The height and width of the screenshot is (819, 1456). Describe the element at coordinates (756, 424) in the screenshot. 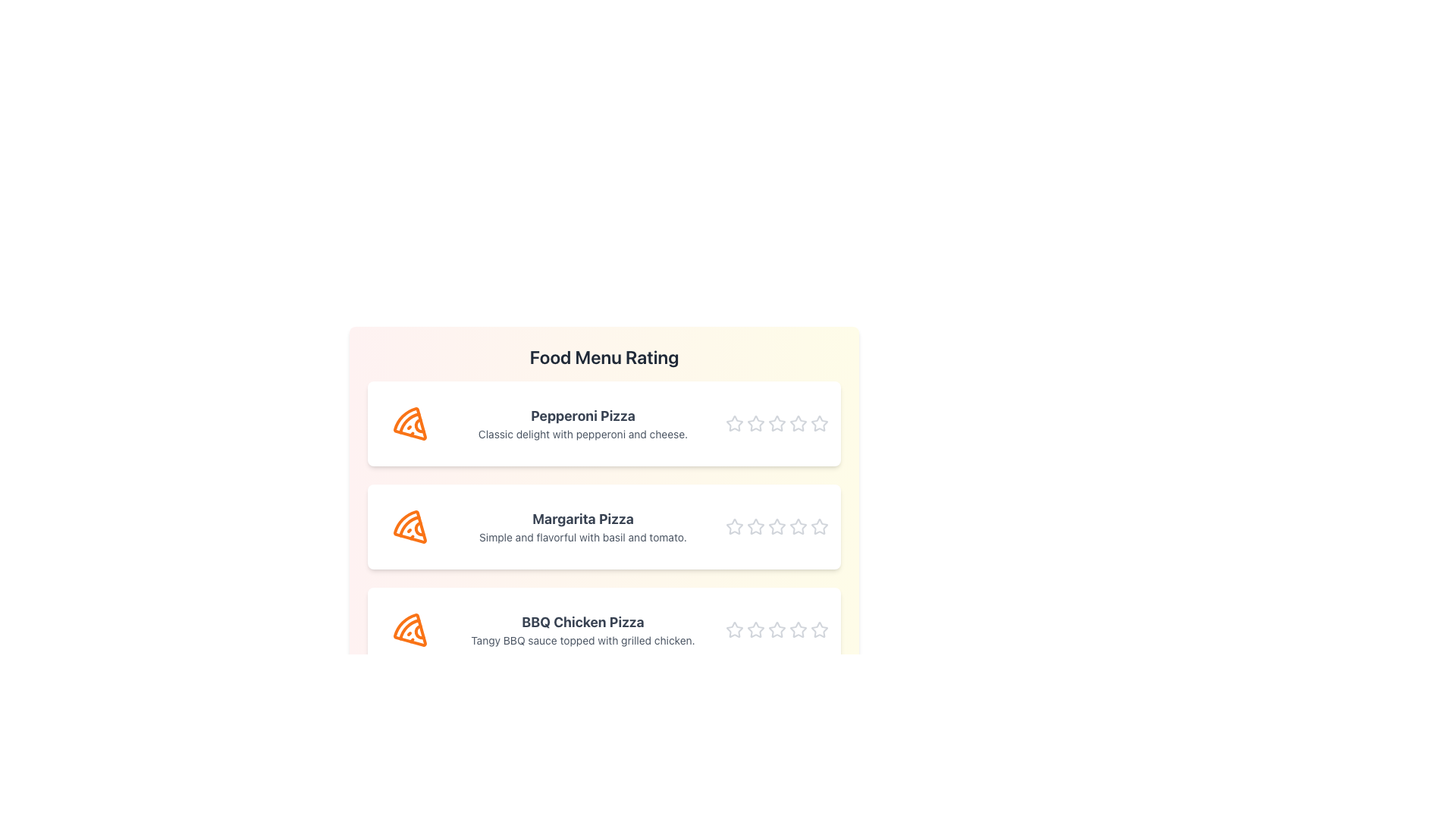

I see `the second star in the rating system for the 'Pepperoni Pizza' to trigger the hover animation` at that location.